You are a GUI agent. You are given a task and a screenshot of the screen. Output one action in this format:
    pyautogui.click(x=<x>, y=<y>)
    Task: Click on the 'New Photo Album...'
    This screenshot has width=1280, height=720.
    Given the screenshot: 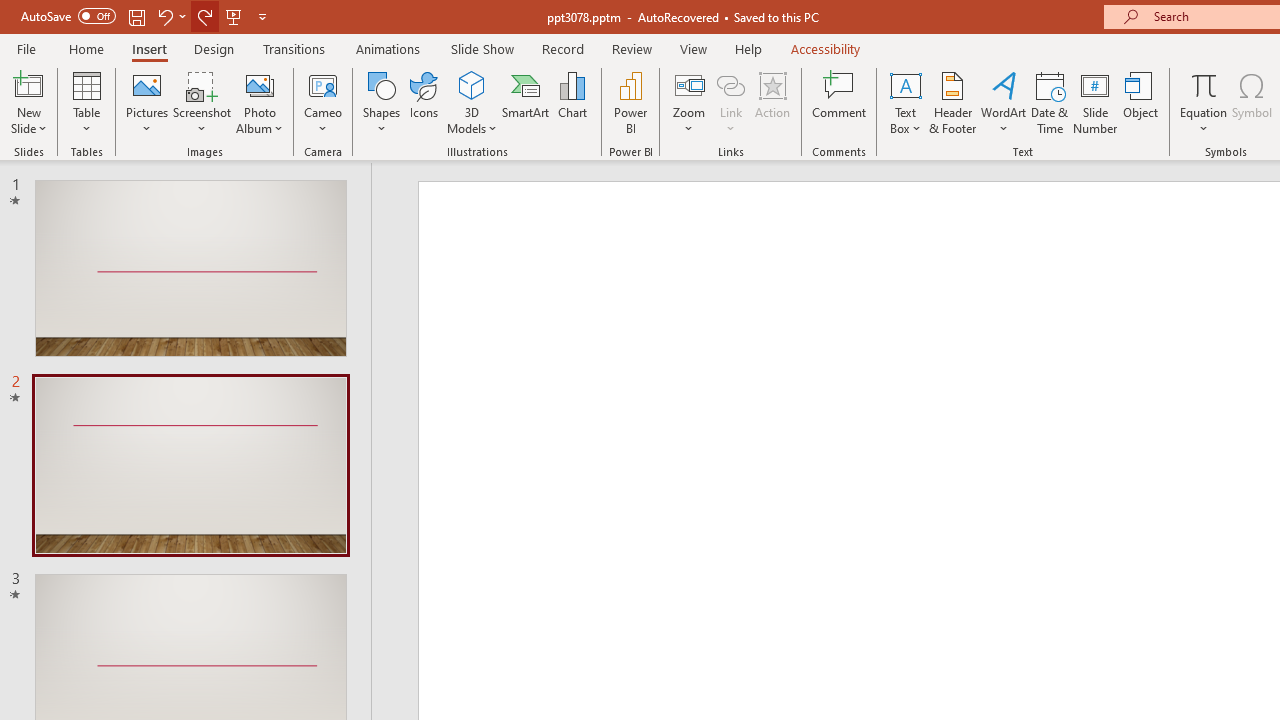 What is the action you would take?
    pyautogui.click(x=258, y=84)
    